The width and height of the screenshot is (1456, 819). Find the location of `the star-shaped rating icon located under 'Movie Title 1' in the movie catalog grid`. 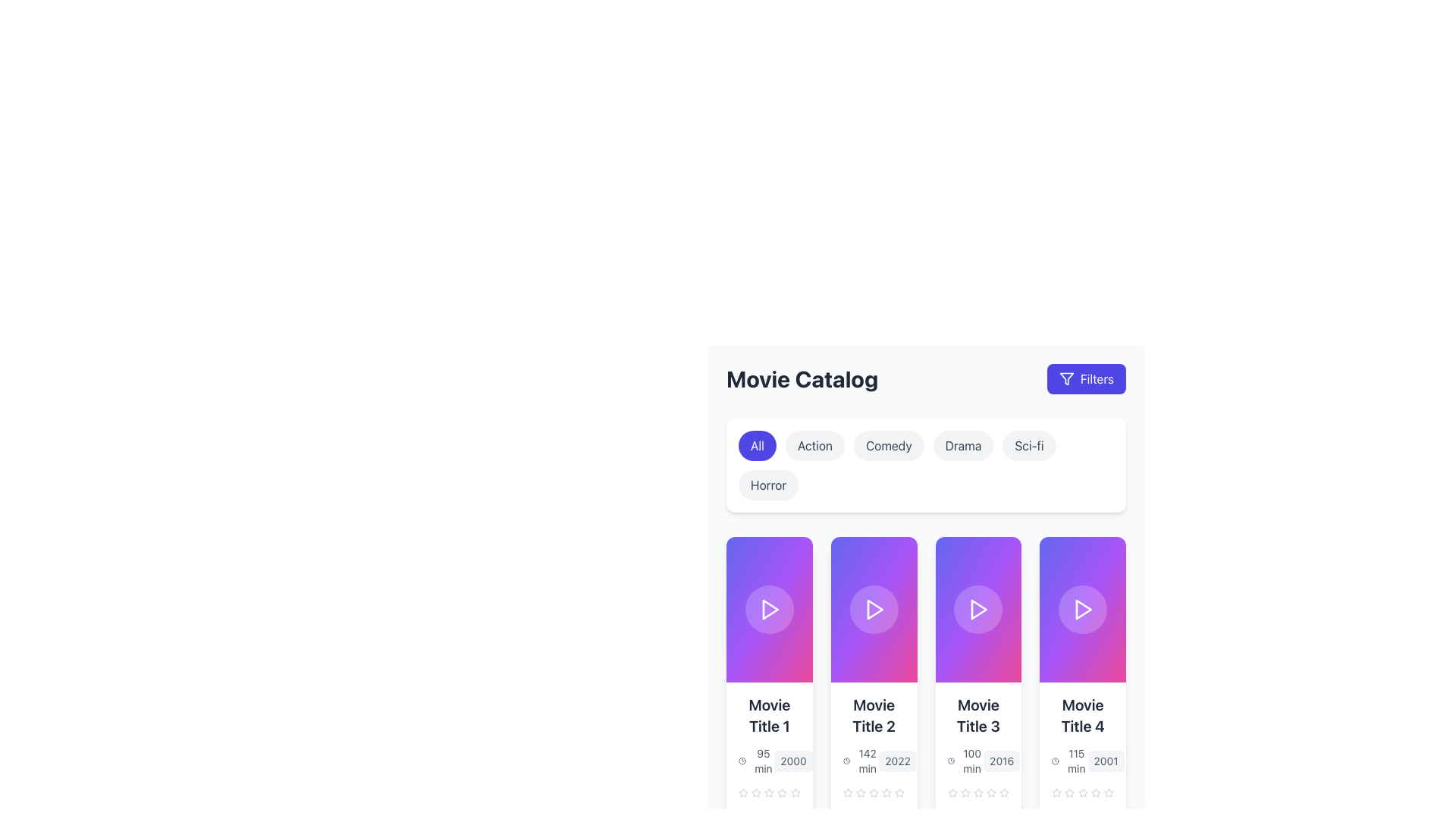

the star-shaped rating icon located under 'Movie Title 1' in the movie catalog grid is located at coordinates (769, 792).